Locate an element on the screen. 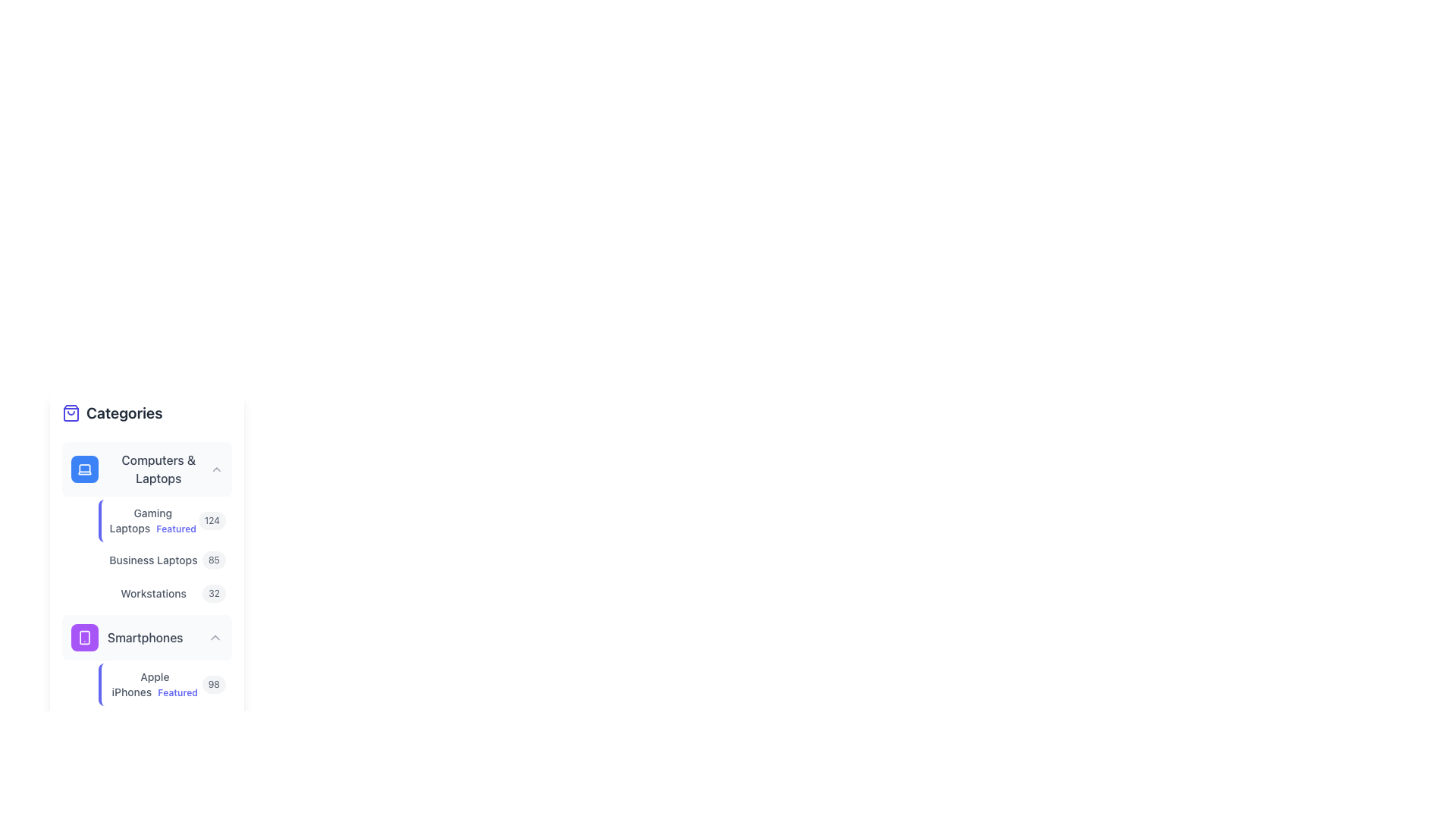 Image resolution: width=1456 pixels, height=819 pixels. the Badge displaying the number '98' is located at coordinates (213, 684).